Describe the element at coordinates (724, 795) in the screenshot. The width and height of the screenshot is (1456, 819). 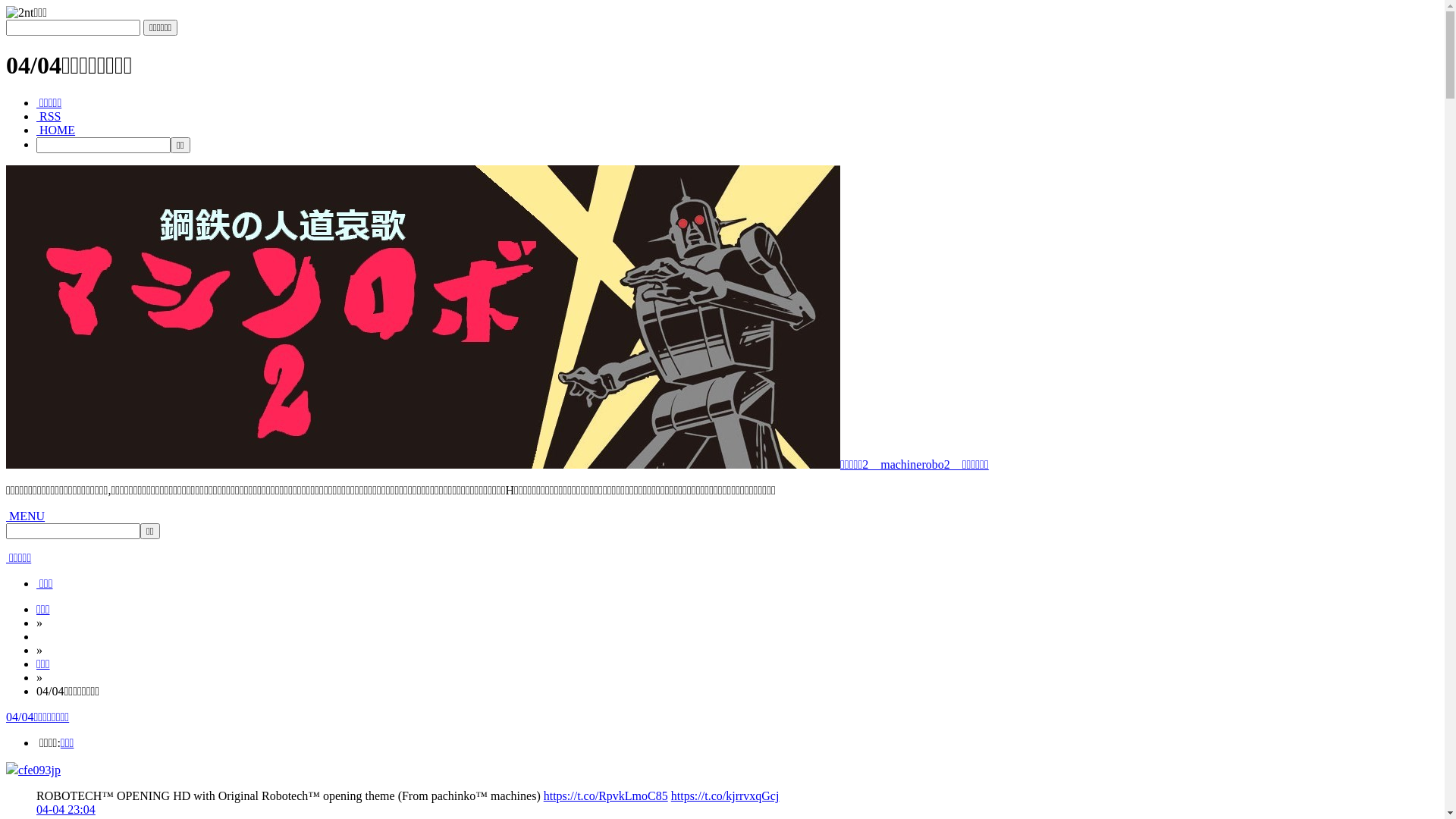
I see `'https://t.co/kjrrvxqGcj'` at that location.